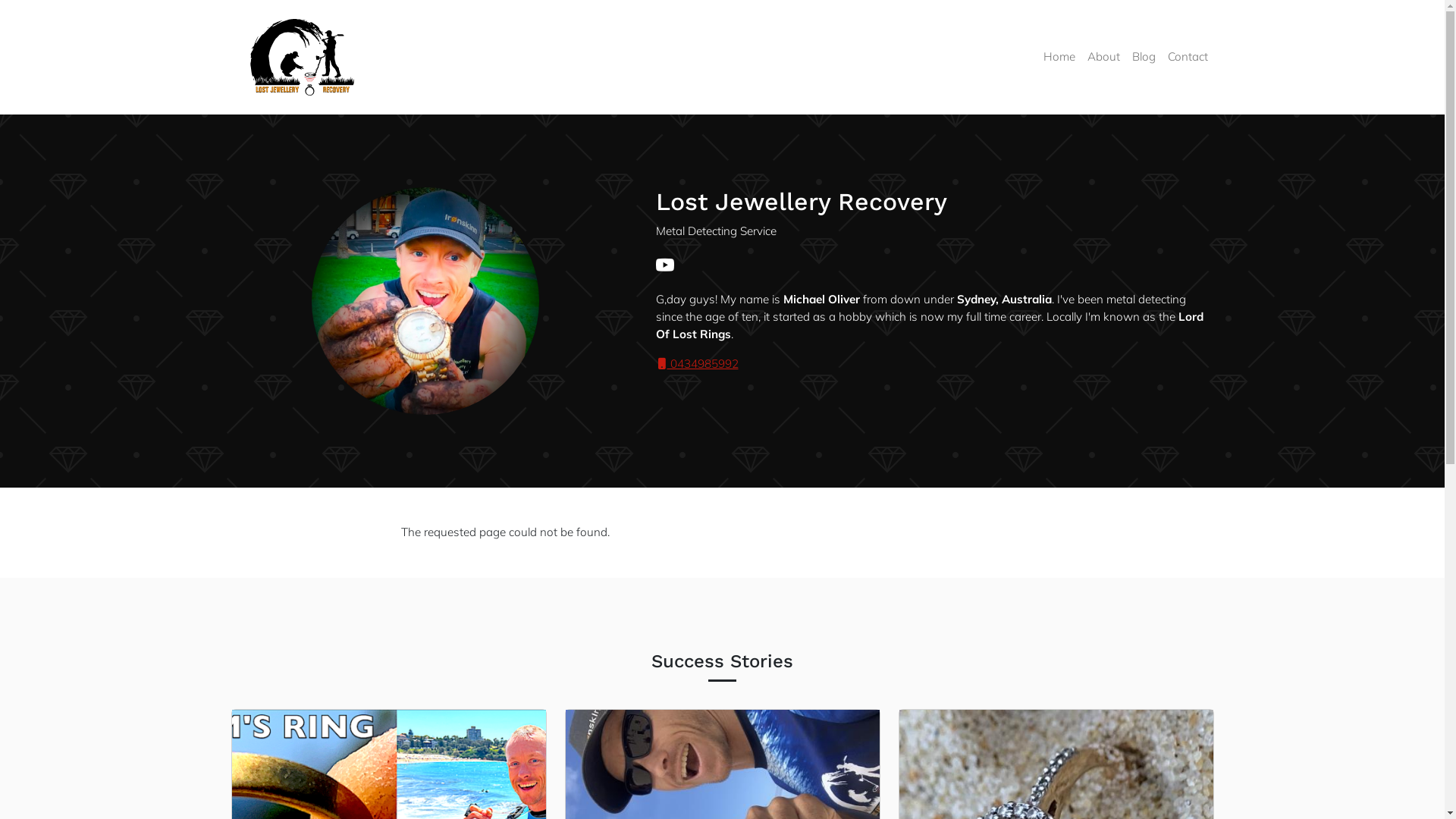 The image size is (1456, 819). I want to click on 'Contact', so click(1187, 56).